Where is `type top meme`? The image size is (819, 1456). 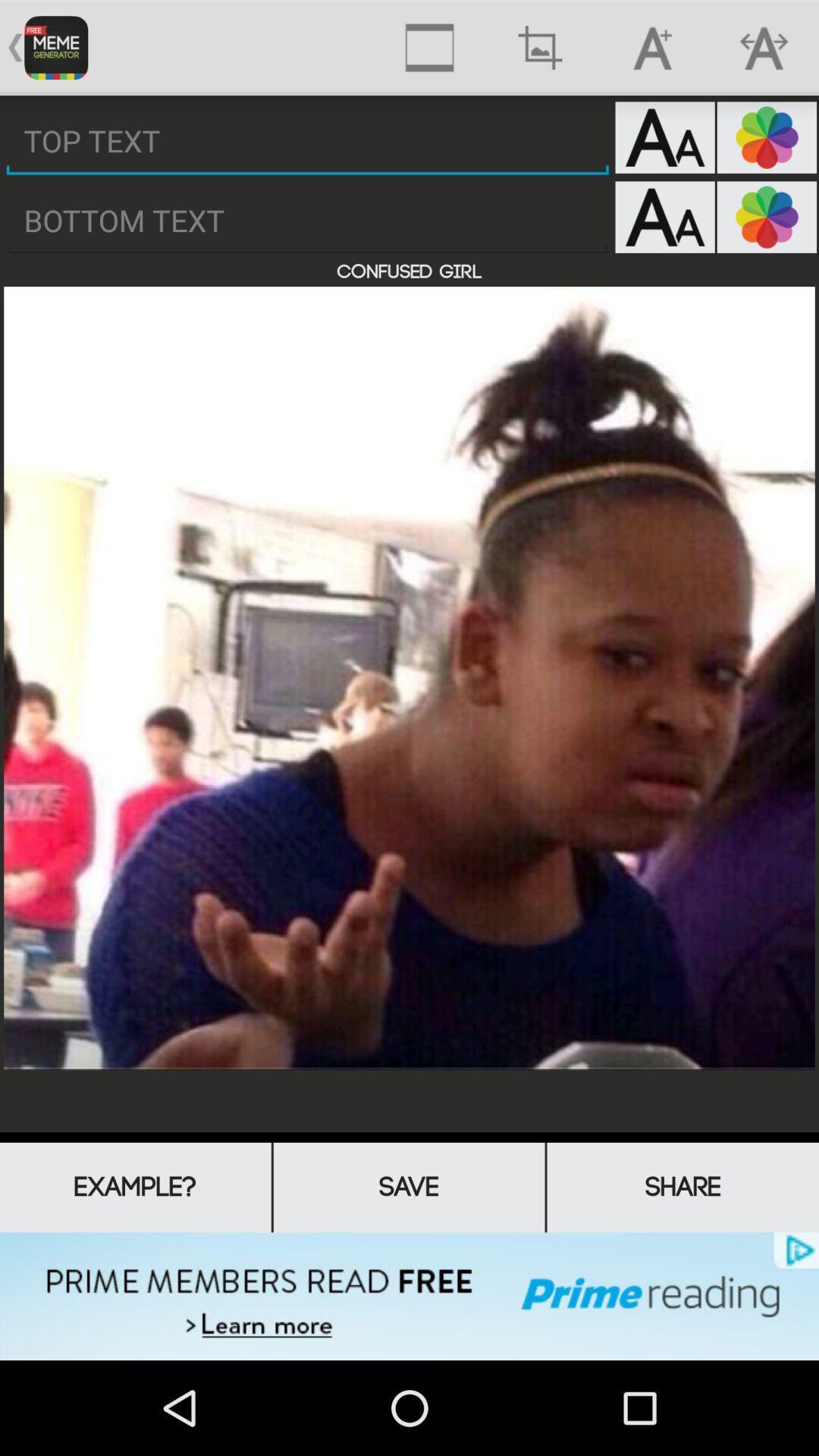
type top meme is located at coordinates (307, 141).